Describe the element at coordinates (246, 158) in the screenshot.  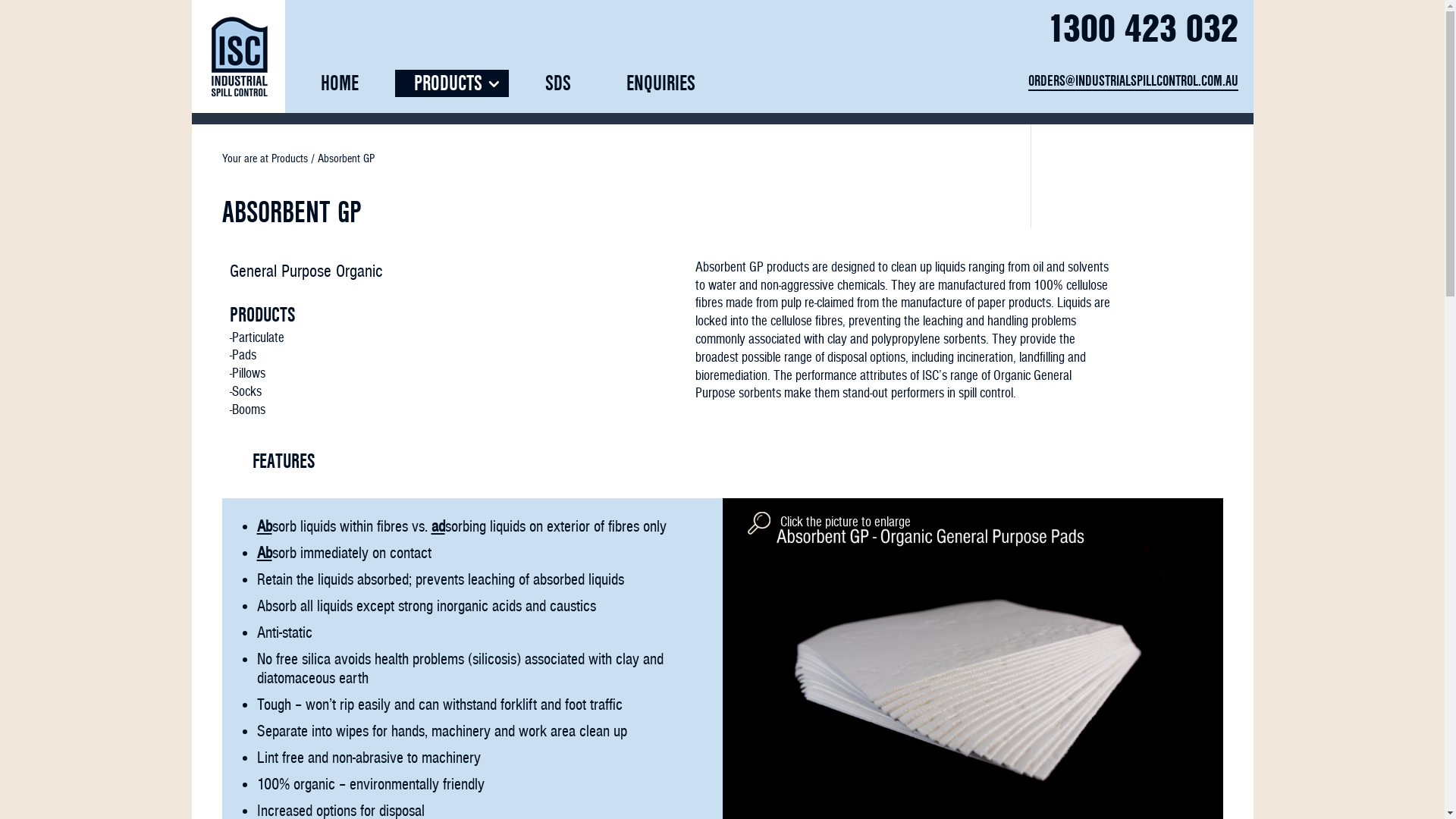
I see `'Your are at'` at that location.